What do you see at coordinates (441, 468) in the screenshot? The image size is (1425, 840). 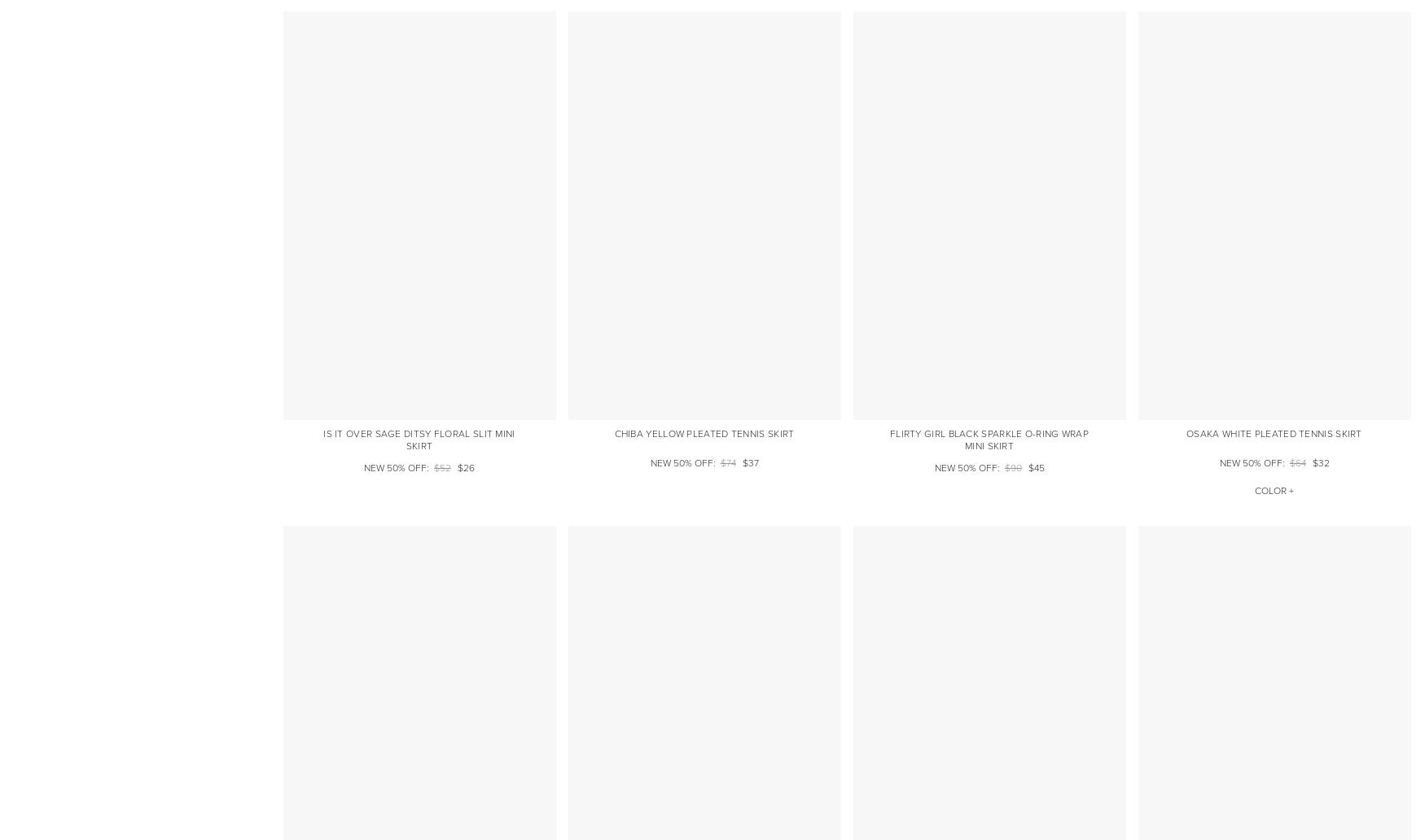 I see `'$52'` at bounding box center [441, 468].